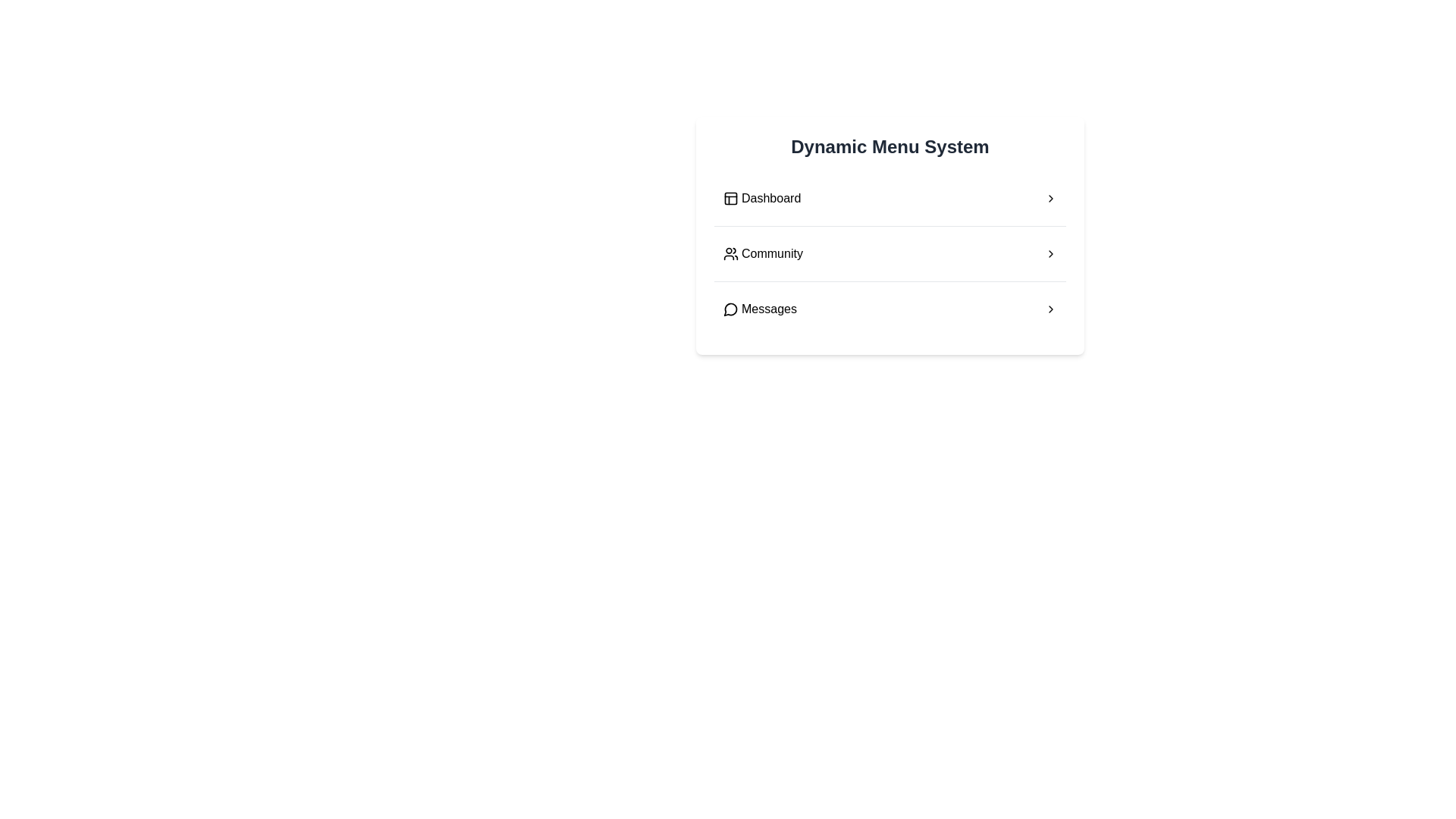 Image resolution: width=1456 pixels, height=819 pixels. What do you see at coordinates (731, 253) in the screenshot?
I see `the small graphical icon representing a group of people, located to the left of the 'Community' text, to interact with the associated menu item` at bounding box center [731, 253].